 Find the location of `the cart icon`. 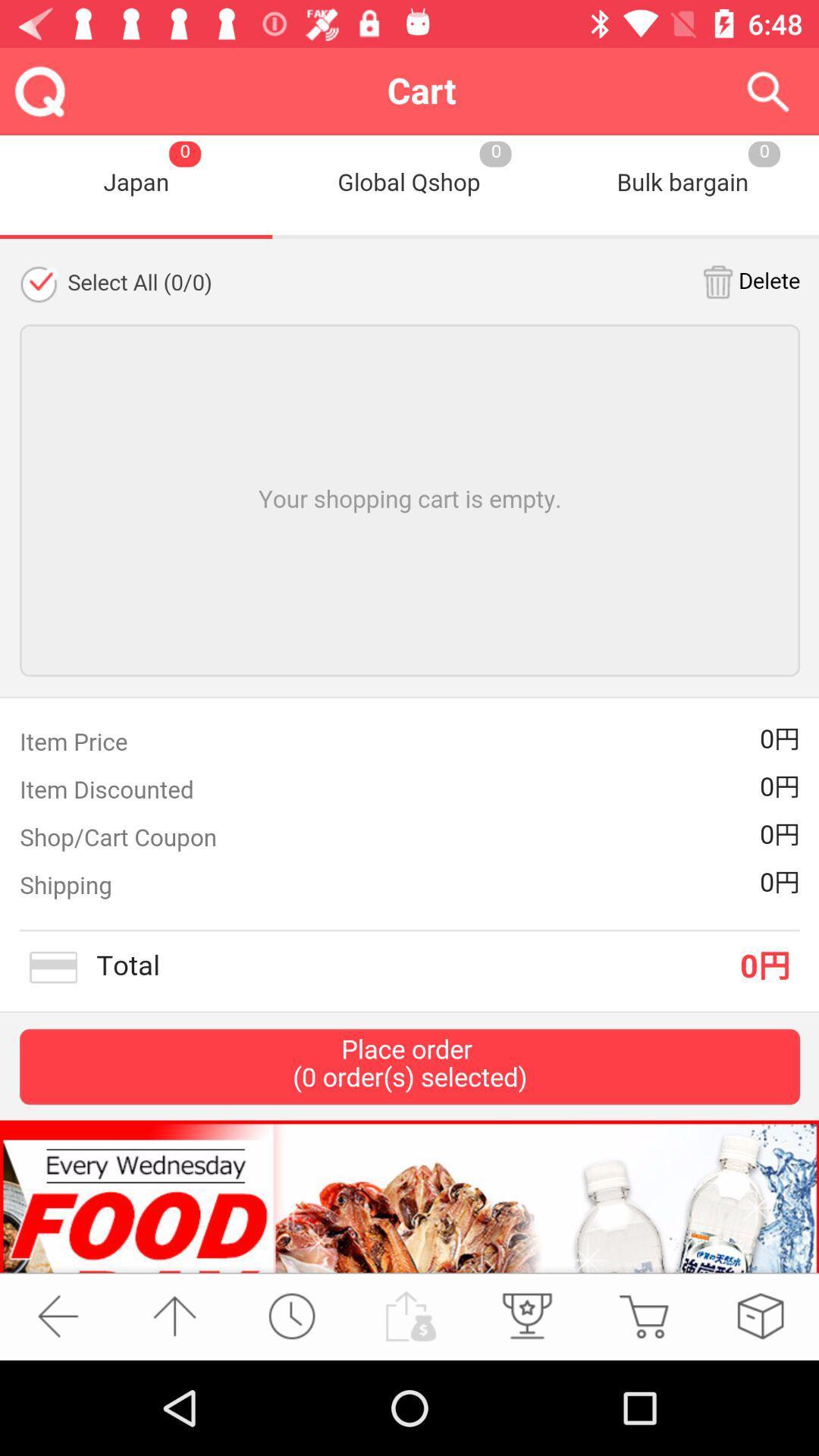

the cart icon is located at coordinates (643, 1315).